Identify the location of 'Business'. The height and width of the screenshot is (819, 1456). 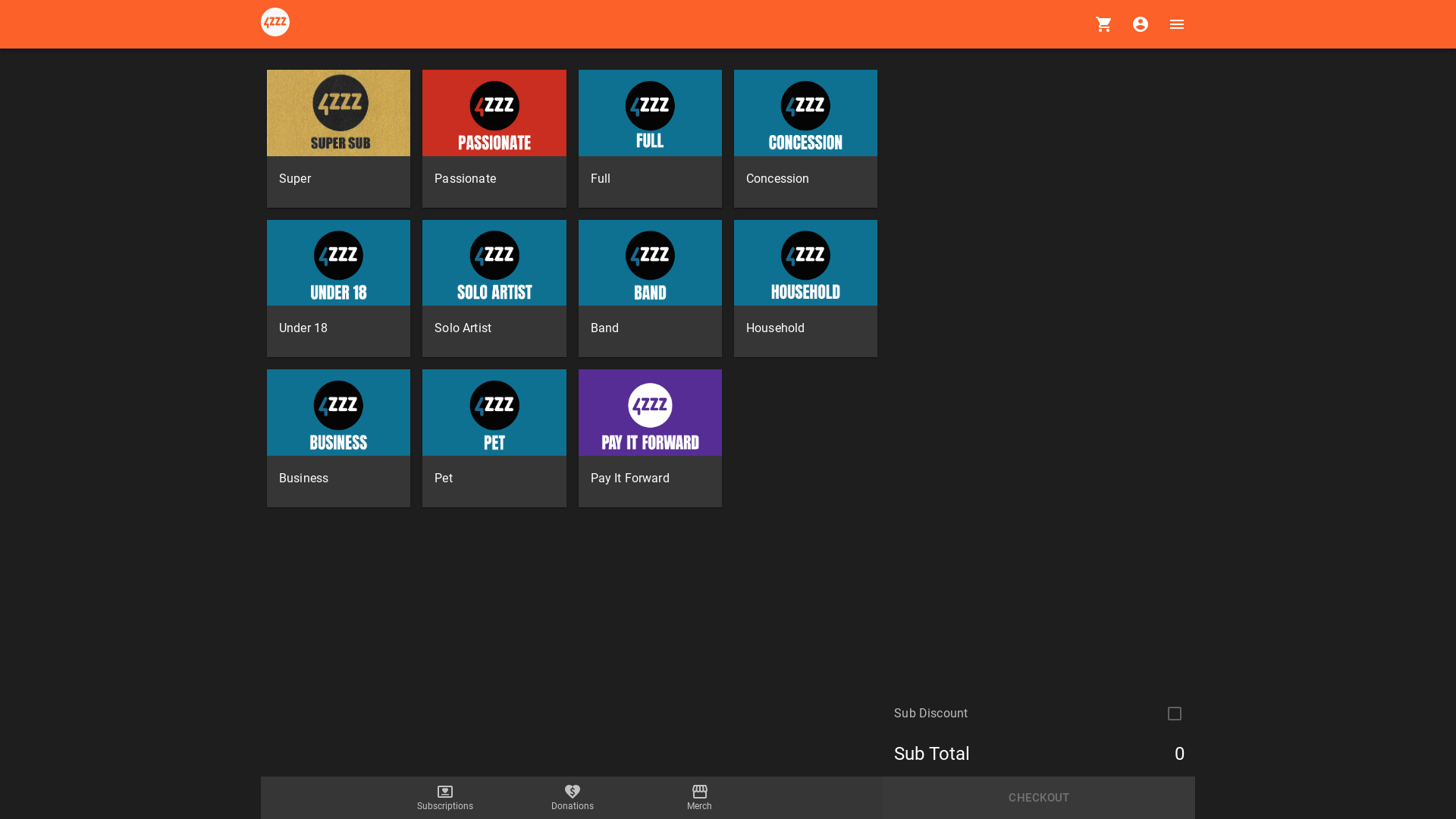
(337, 438).